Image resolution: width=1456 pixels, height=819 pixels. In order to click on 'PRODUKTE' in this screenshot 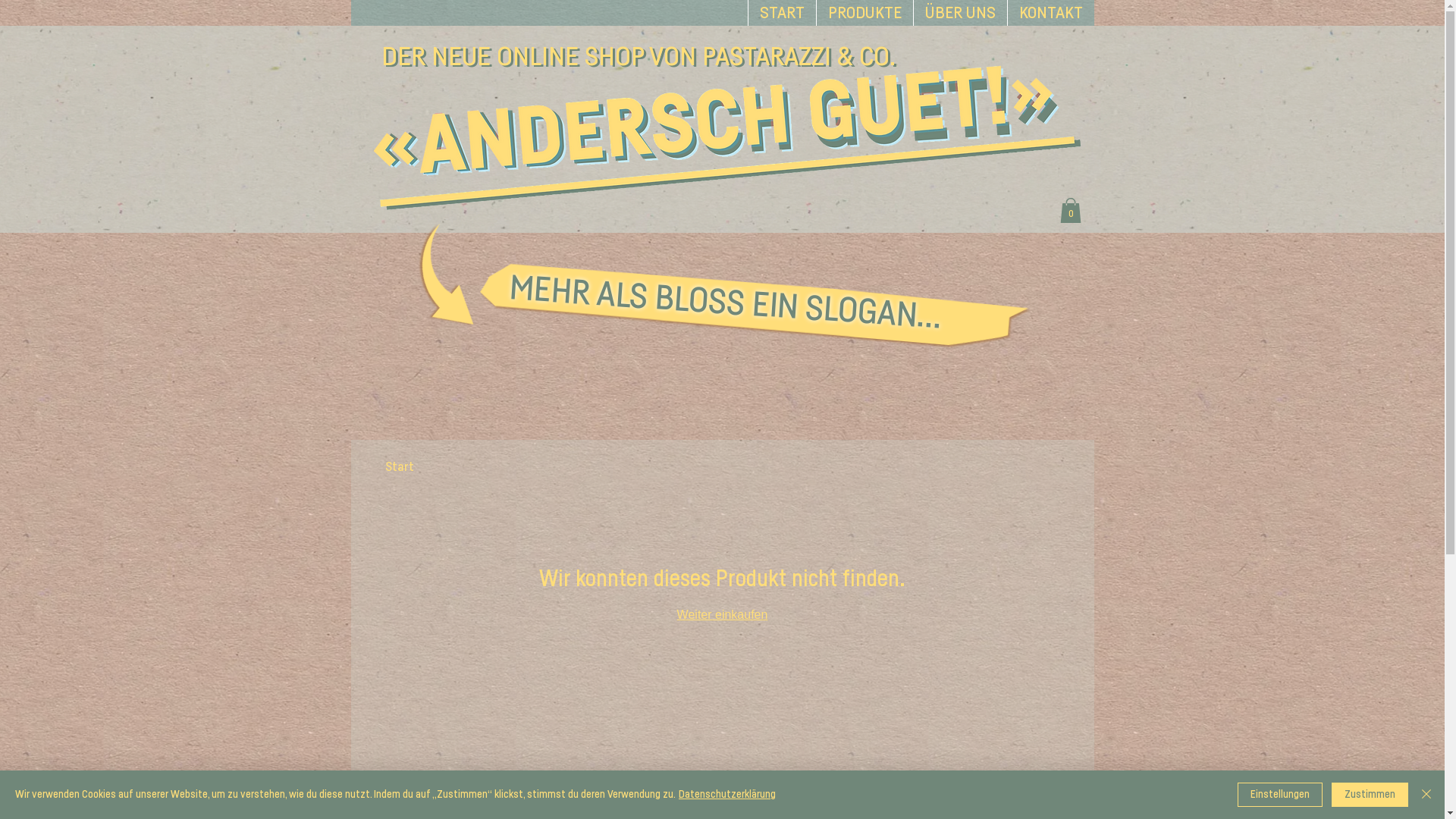, I will do `click(864, 12)`.